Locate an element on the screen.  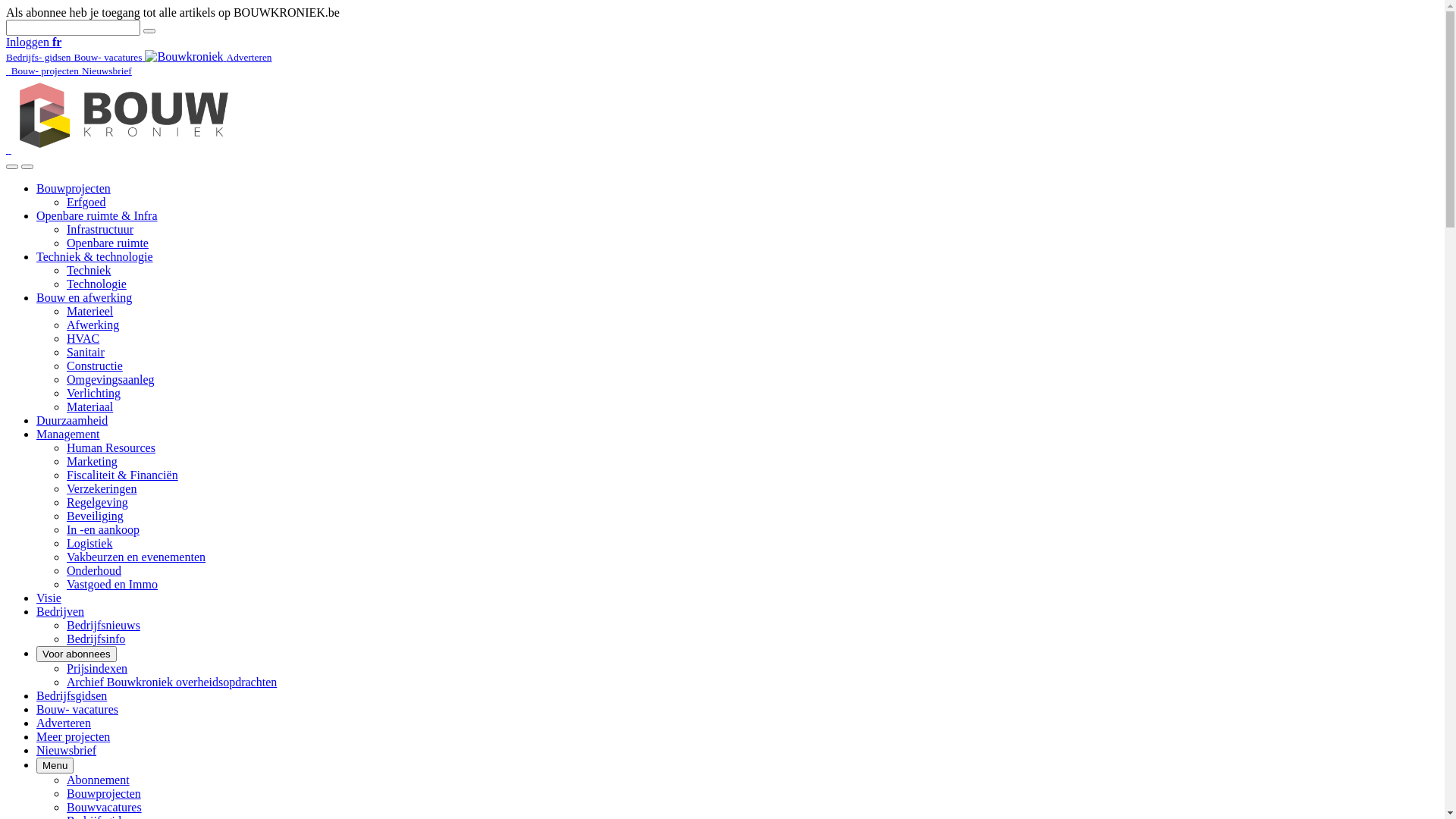
'Inloggen' is located at coordinates (29, 41).